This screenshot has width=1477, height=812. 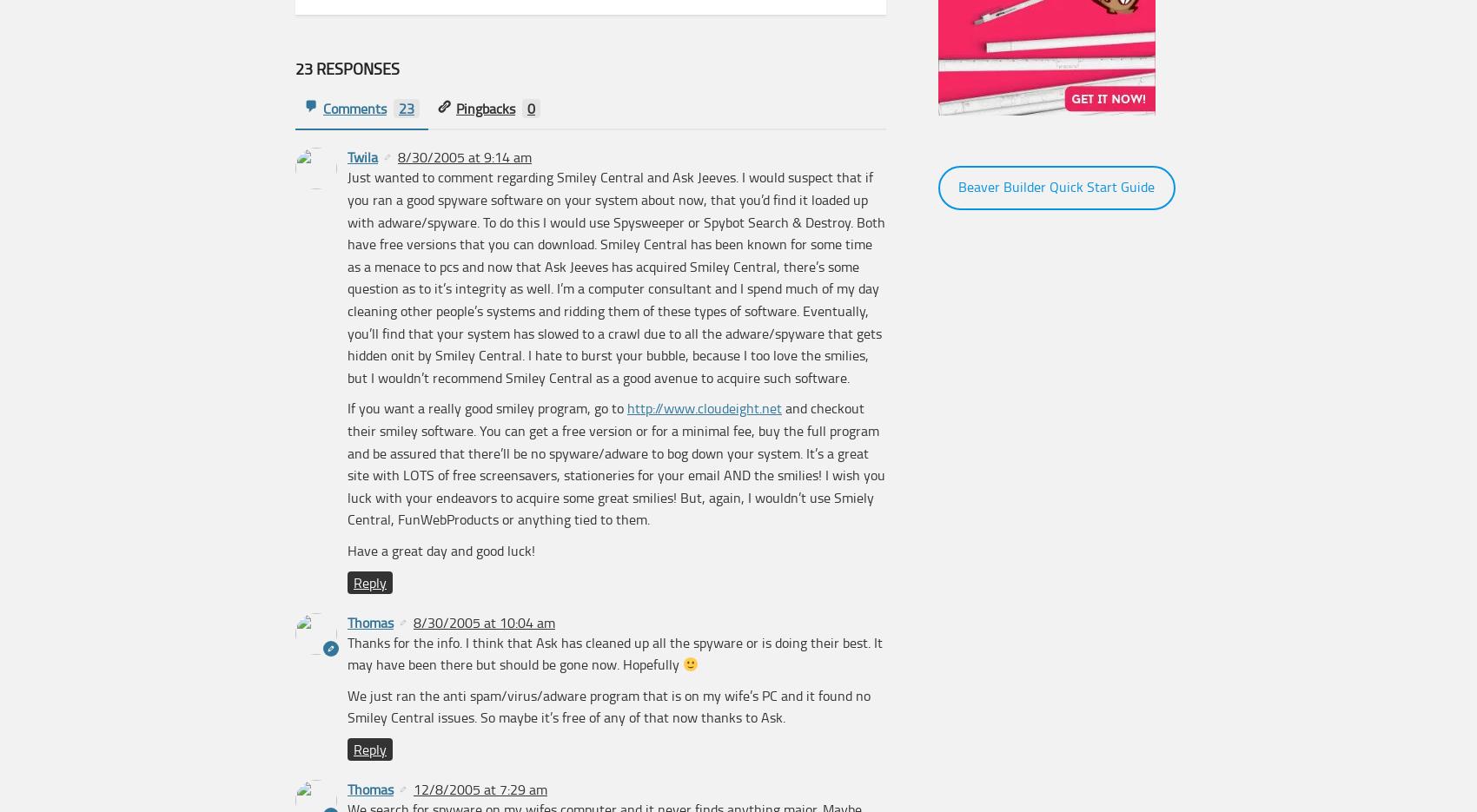 What do you see at coordinates (704, 408) in the screenshot?
I see `'http://www.cloudeight.net'` at bounding box center [704, 408].